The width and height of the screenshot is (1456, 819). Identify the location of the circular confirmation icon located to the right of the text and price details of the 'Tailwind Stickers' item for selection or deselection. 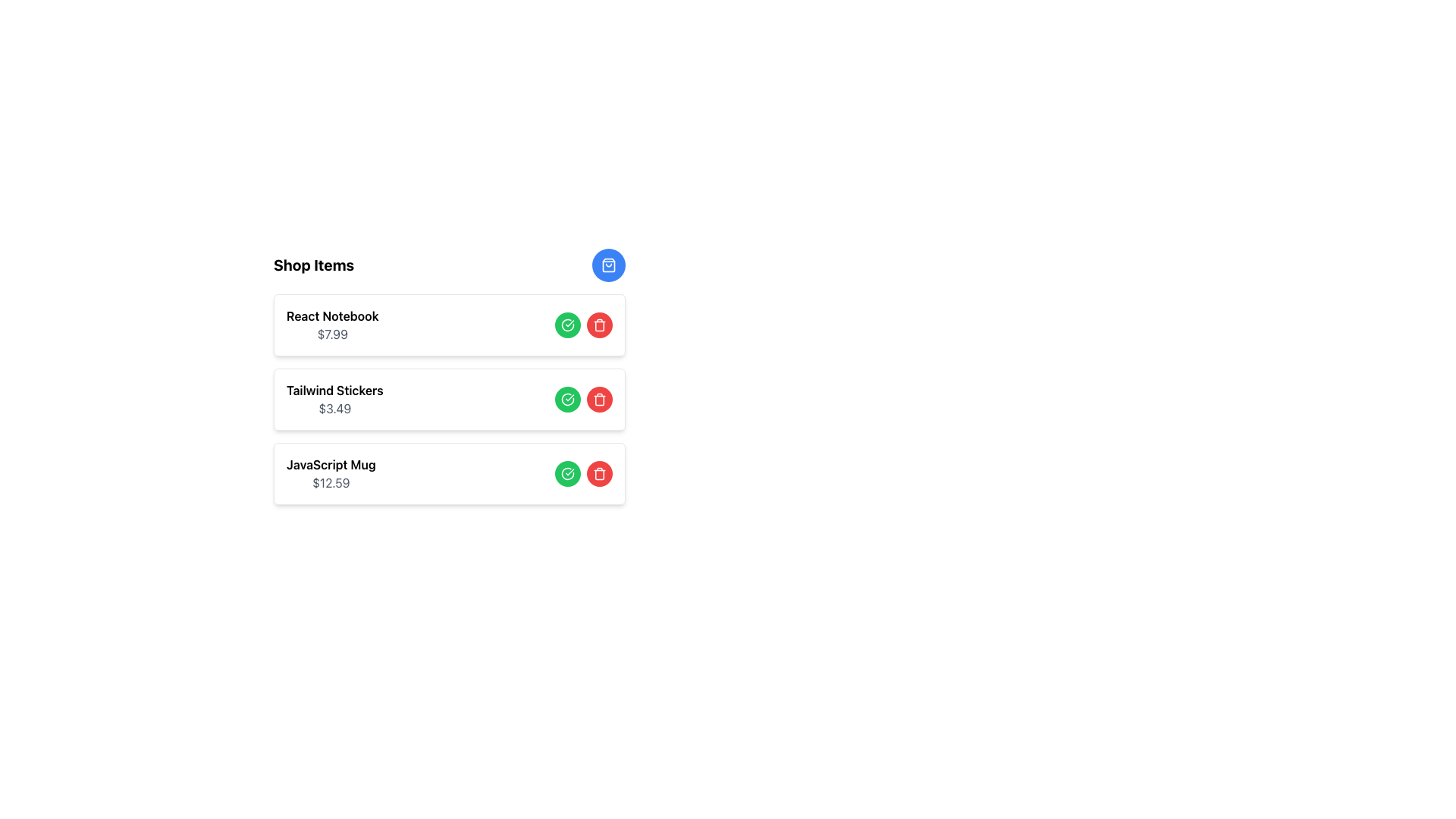
(566, 324).